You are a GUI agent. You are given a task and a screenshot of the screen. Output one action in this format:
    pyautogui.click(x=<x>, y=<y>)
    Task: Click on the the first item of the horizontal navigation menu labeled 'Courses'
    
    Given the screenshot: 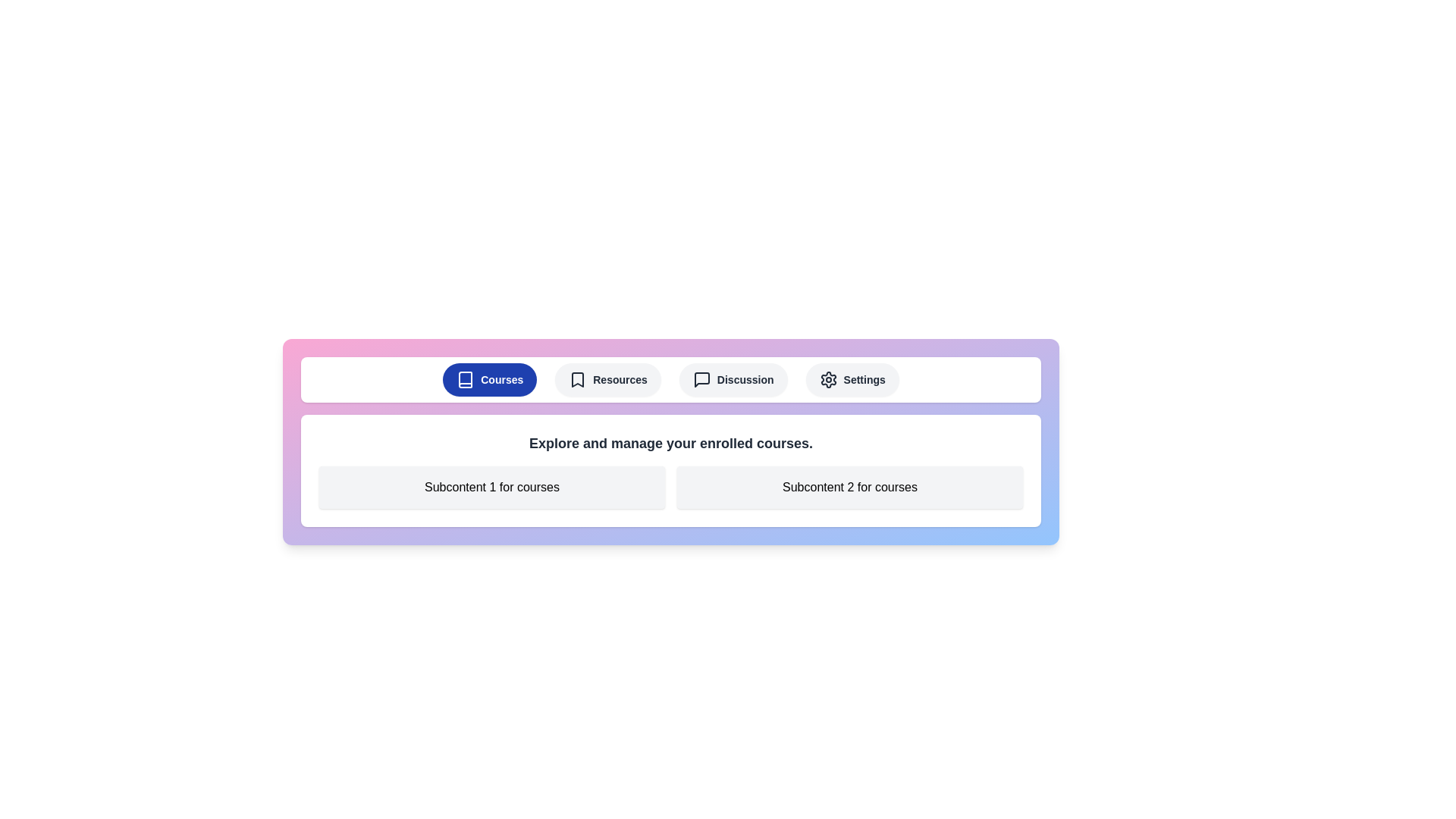 What is the action you would take?
    pyautogui.click(x=670, y=379)
    